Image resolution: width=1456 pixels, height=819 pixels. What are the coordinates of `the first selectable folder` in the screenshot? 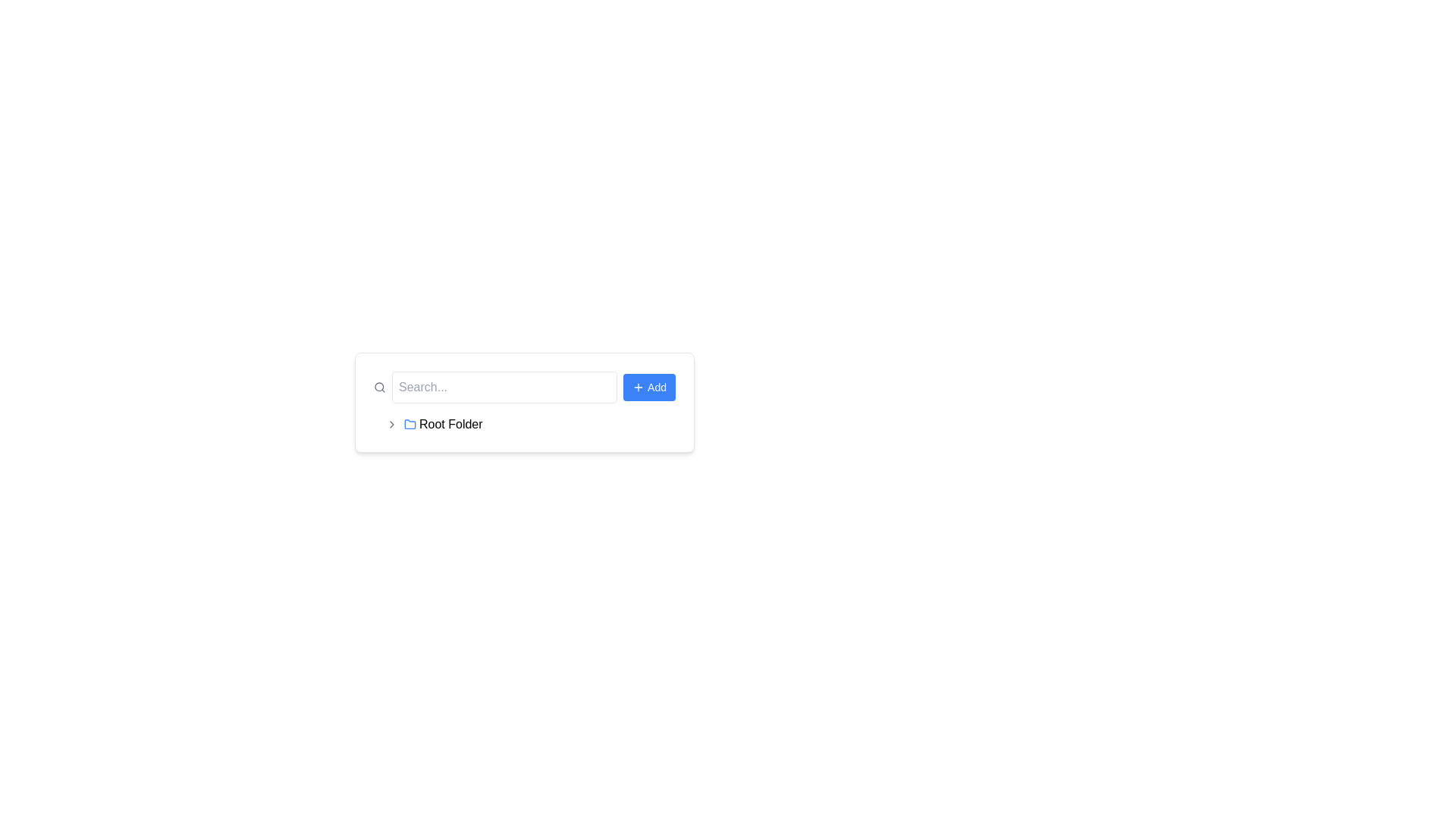 It's located at (524, 424).